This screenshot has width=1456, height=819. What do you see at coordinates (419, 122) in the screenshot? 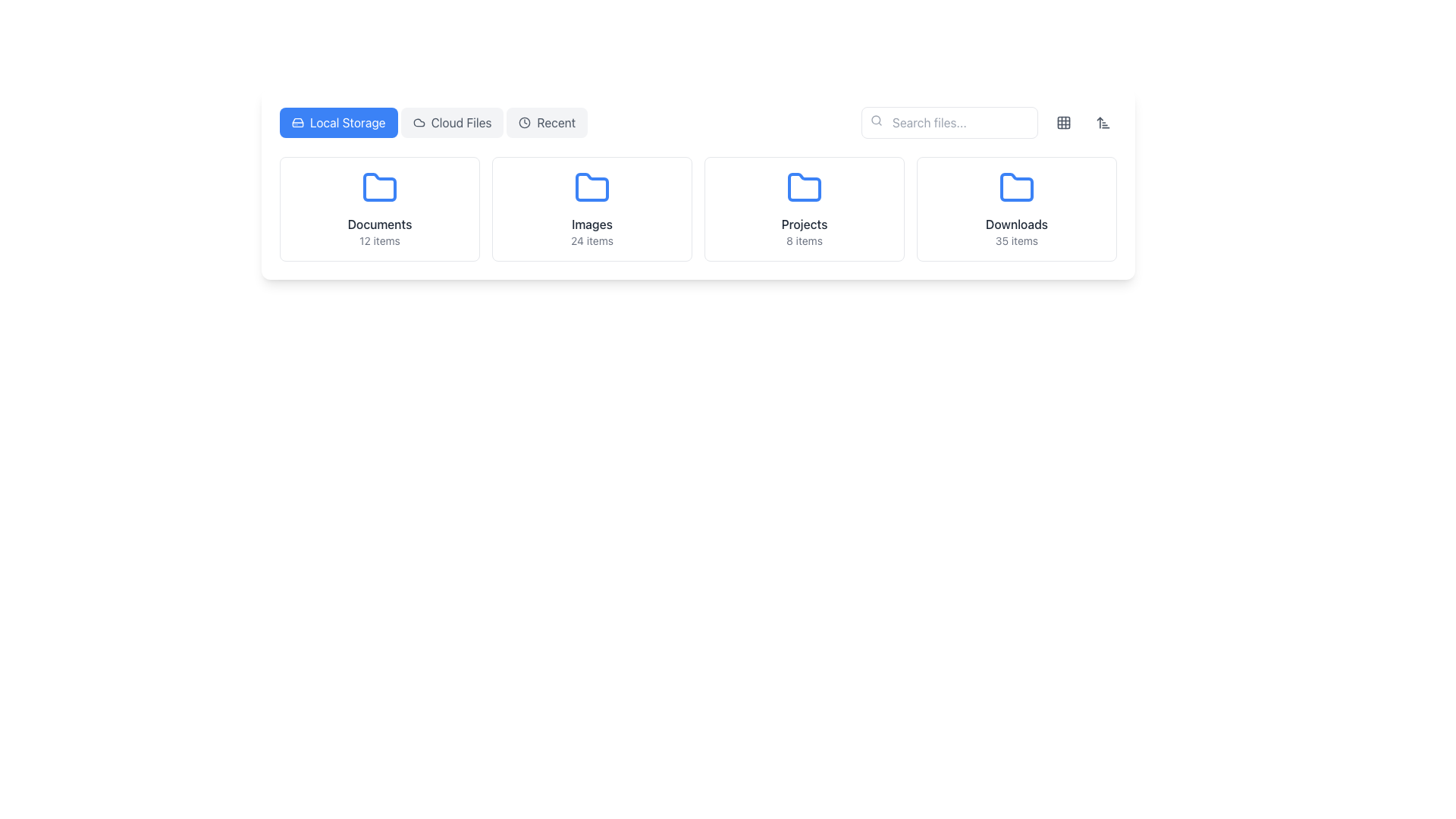
I see `the 'Cloud Files' icon, which is located in the second position of the horizontal navigation options, to enhance recognizability and aid navigation` at bounding box center [419, 122].